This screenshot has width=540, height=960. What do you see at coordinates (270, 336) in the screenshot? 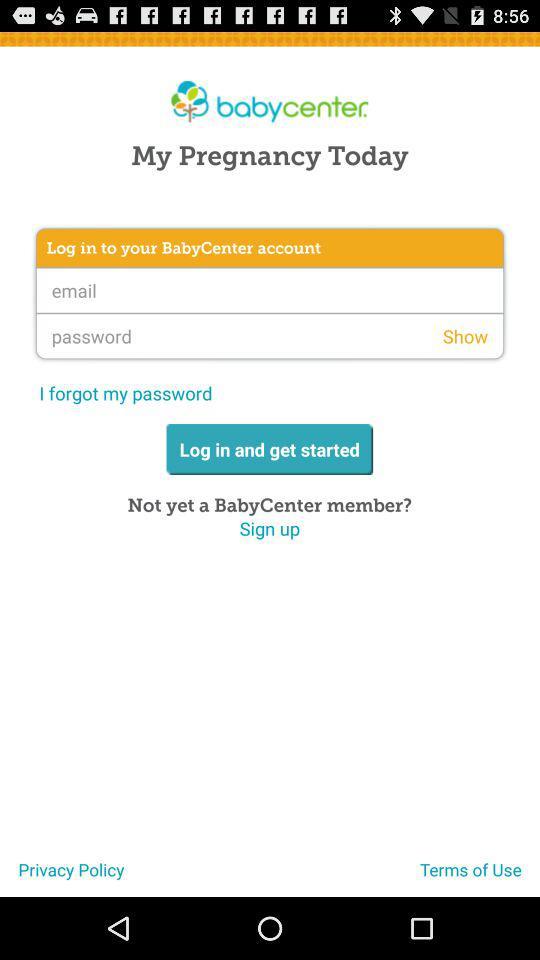
I see `password` at bounding box center [270, 336].